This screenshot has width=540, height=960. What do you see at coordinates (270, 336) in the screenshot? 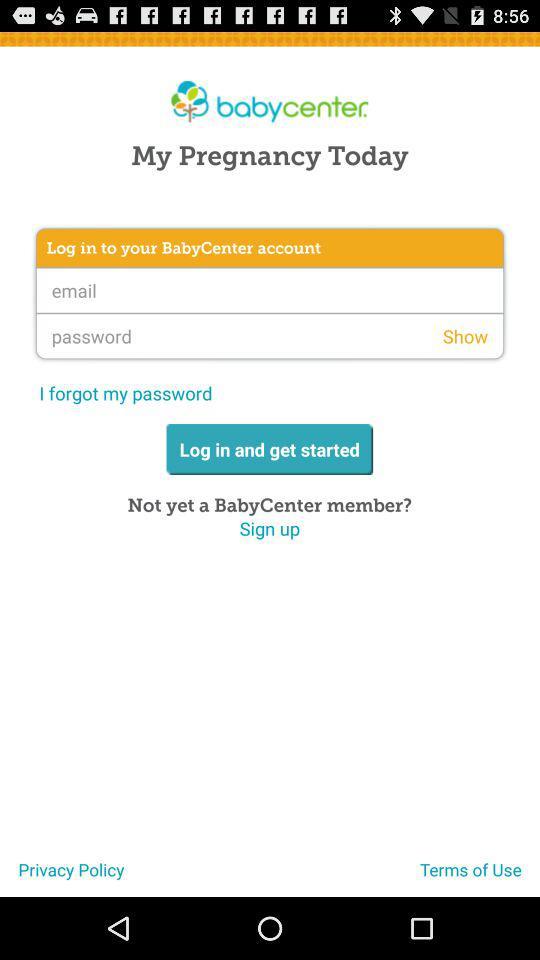
I see `password` at bounding box center [270, 336].